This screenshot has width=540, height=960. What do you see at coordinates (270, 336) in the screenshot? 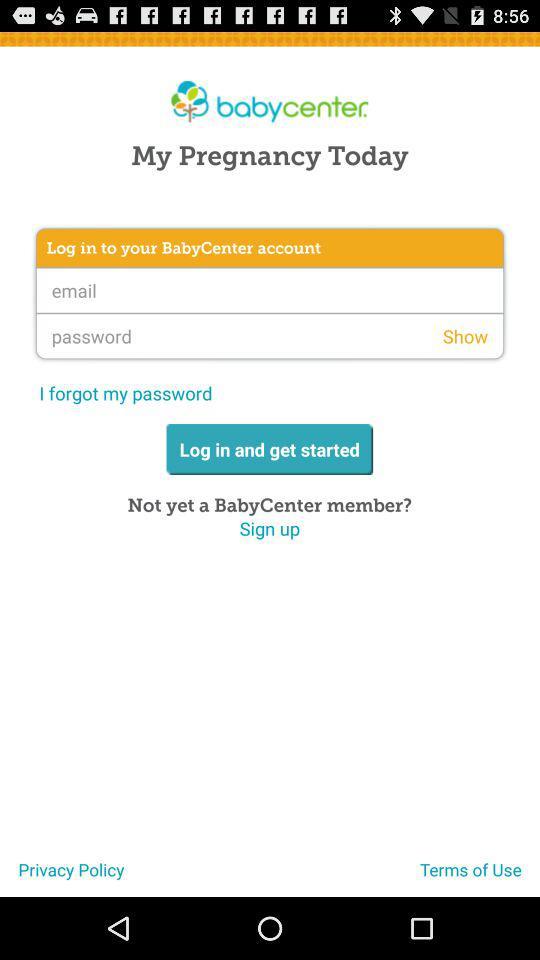
I see `password` at bounding box center [270, 336].